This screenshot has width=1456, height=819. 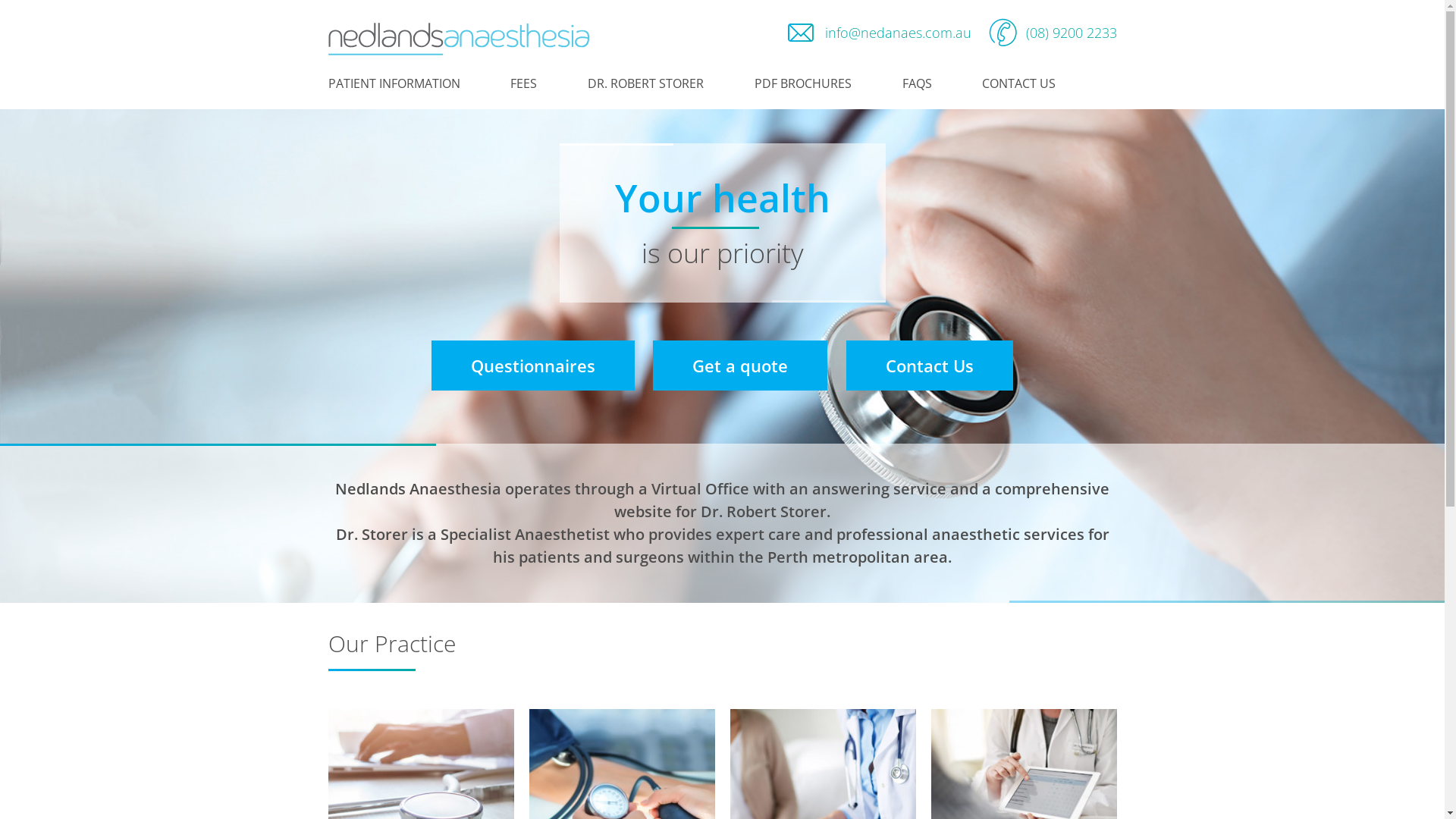 What do you see at coordinates (982, 83) in the screenshot?
I see `'CONTACT US'` at bounding box center [982, 83].